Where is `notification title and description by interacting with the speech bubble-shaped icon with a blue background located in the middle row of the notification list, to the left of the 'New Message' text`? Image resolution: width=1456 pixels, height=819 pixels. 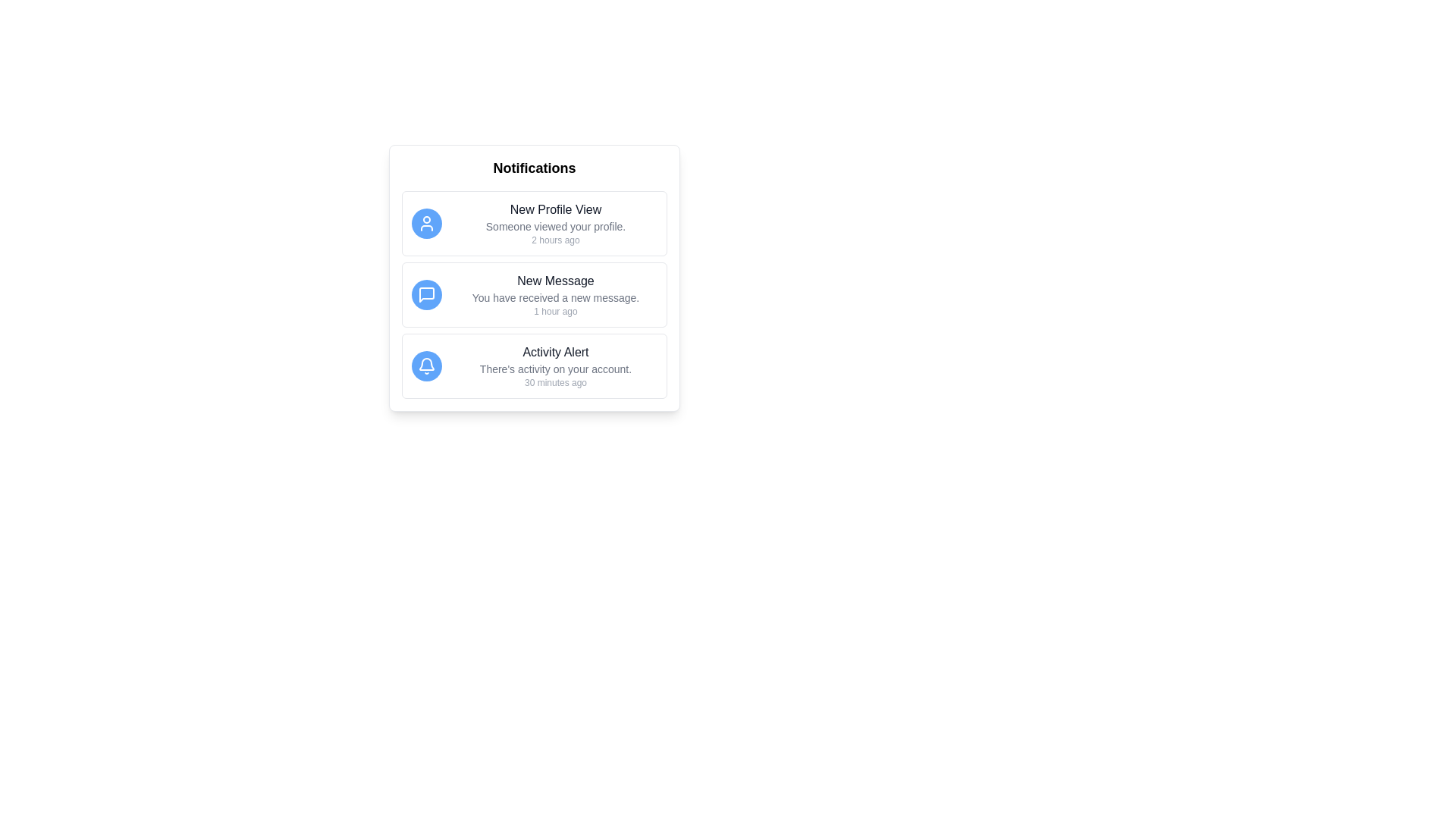 notification title and description by interacting with the speech bubble-shaped icon with a blue background located in the middle row of the notification list, to the left of the 'New Message' text is located at coordinates (425, 295).